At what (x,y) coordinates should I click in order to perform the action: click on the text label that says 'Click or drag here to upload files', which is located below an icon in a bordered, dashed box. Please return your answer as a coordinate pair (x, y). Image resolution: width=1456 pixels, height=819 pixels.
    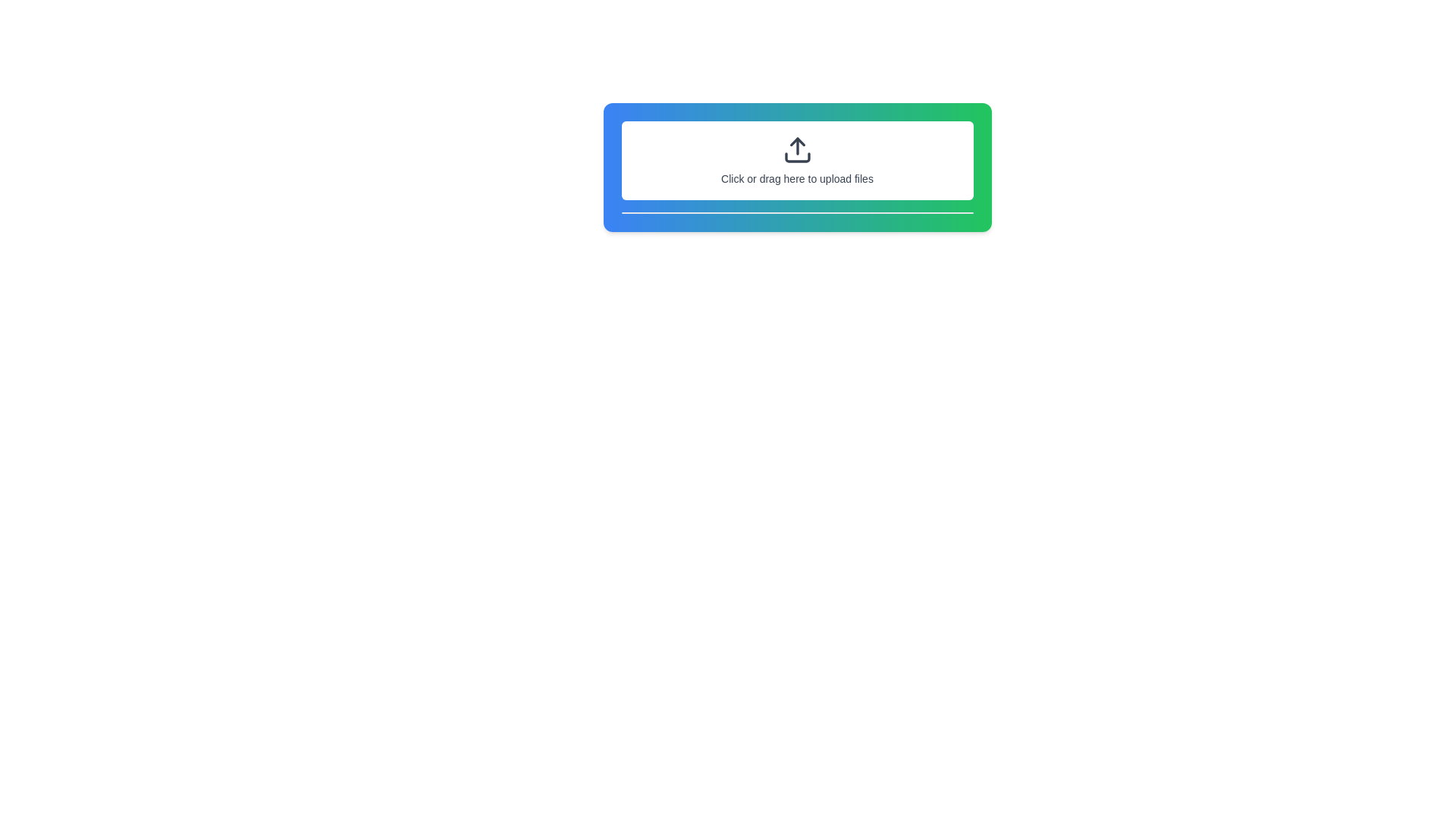
    Looking at the image, I should click on (796, 177).